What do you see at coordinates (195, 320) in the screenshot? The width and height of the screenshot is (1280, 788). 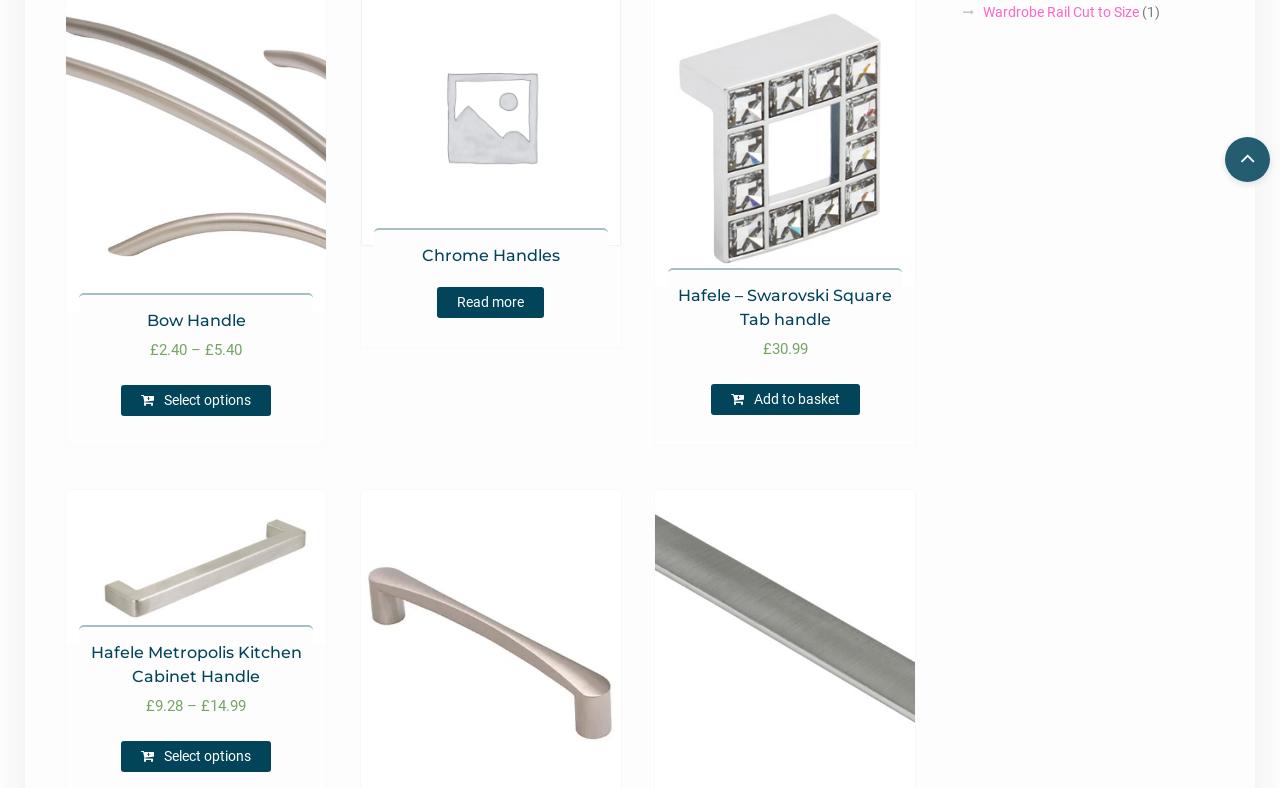 I see `'Bow Handle'` at bounding box center [195, 320].